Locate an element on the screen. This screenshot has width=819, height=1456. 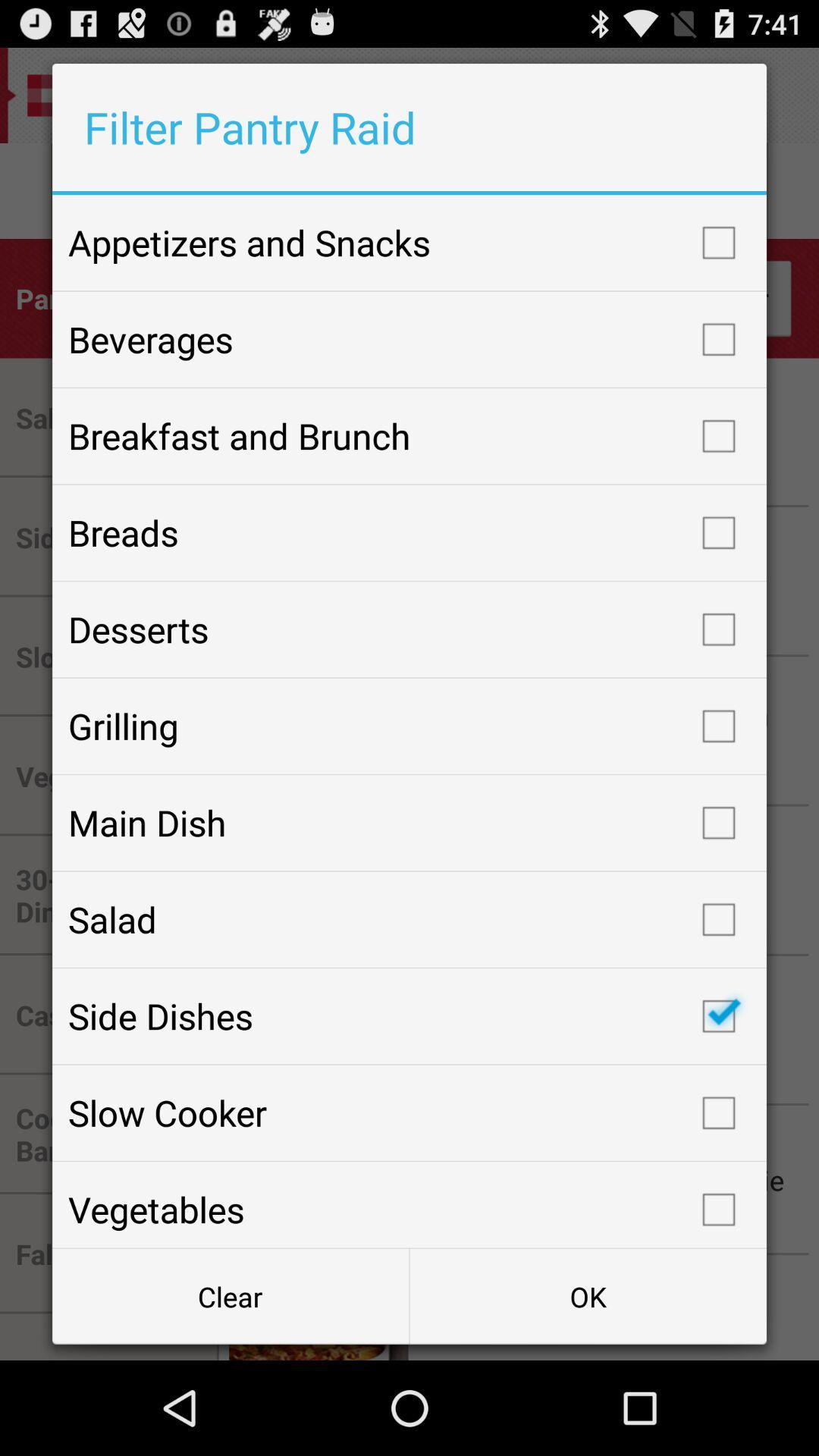
the item below slow cooker item is located at coordinates (409, 1203).